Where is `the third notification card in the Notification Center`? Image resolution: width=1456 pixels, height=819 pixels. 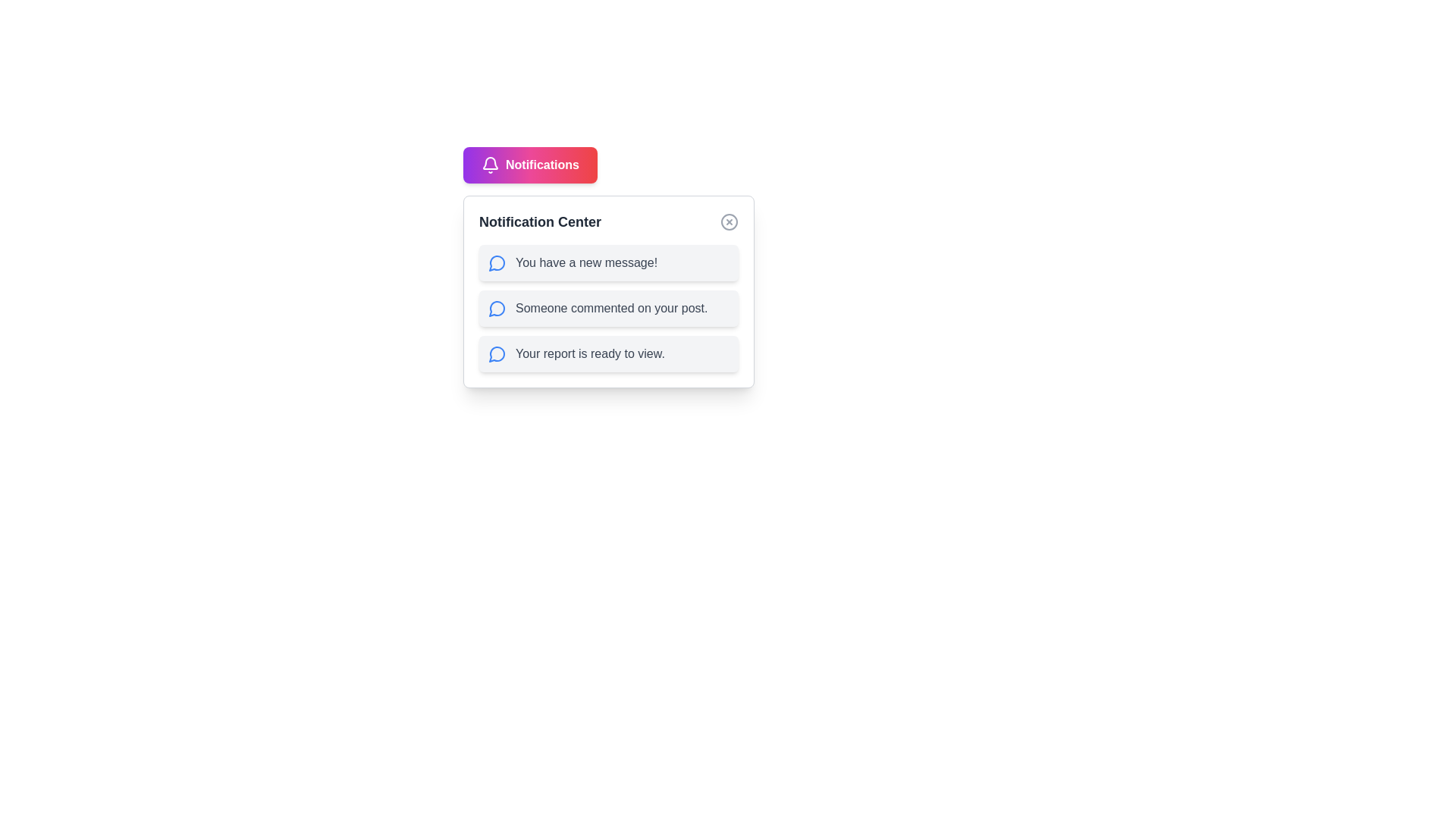
the third notification card in the Notification Center is located at coordinates (608, 353).